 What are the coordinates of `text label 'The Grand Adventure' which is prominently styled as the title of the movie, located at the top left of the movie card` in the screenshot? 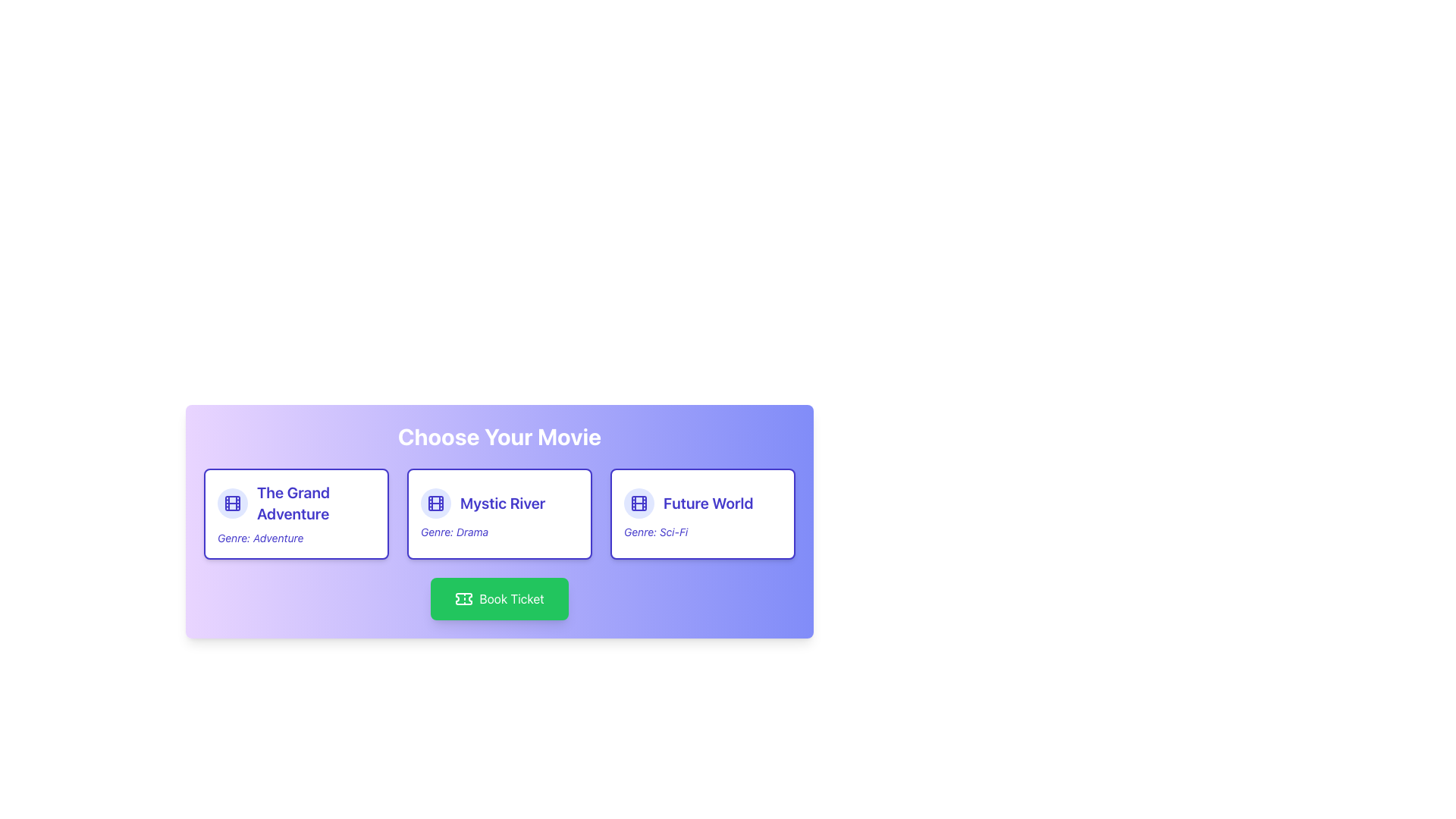 It's located at (296, 503).